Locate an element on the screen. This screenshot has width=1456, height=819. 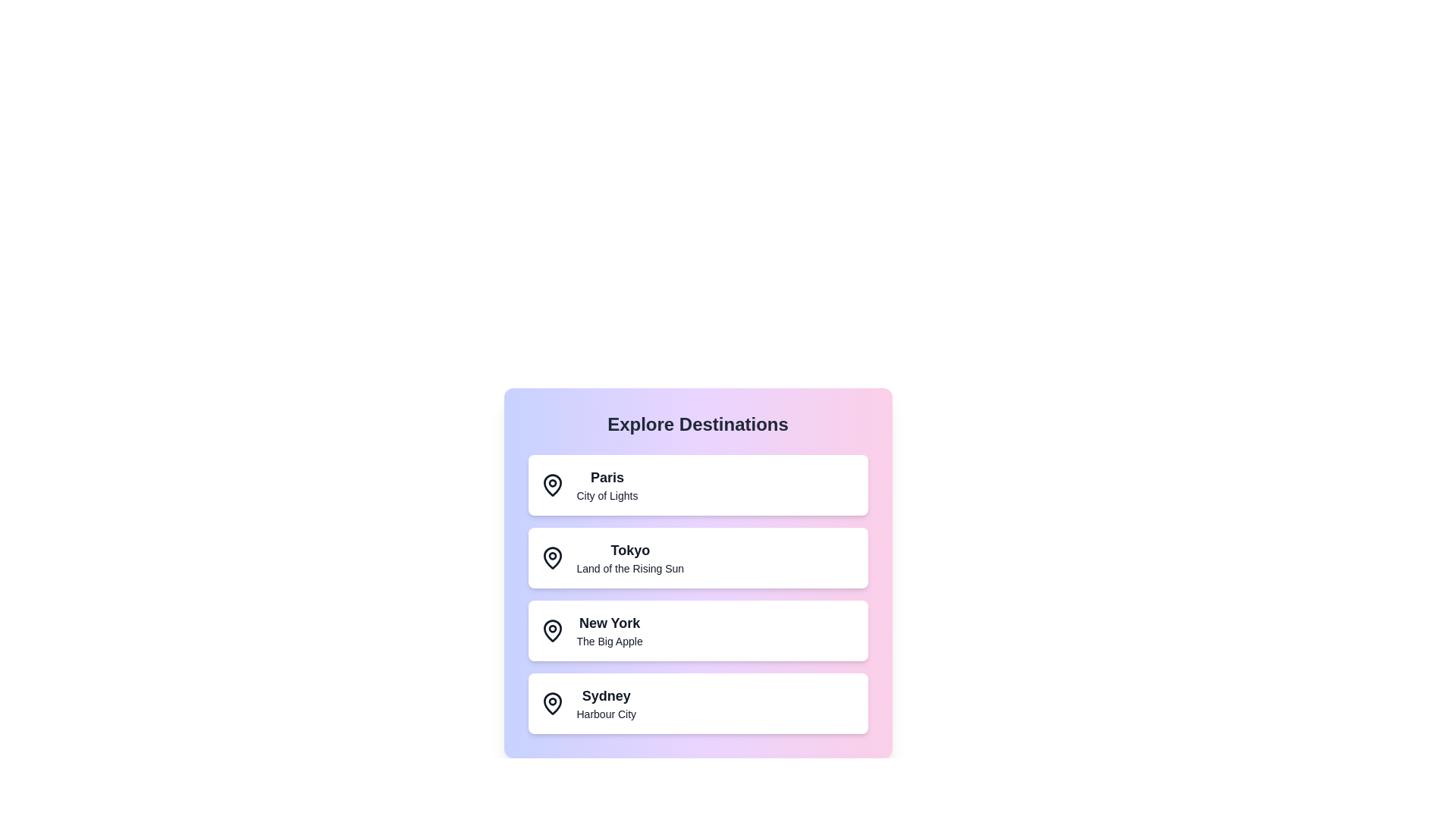
the destination panel corresponding to Tokyo is located at coordinates (697, 558).